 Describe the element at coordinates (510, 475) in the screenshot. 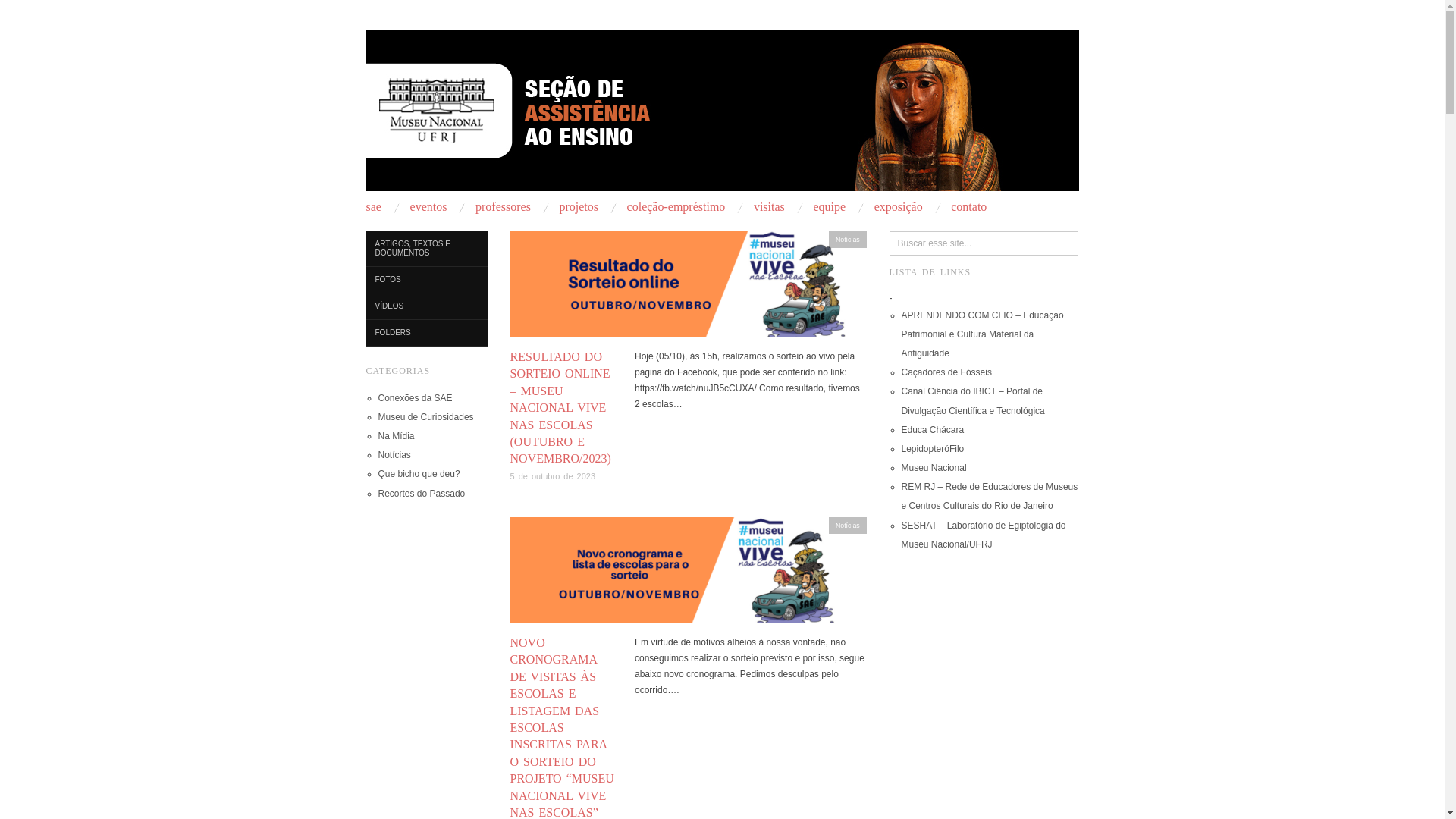

I see `'5 de outubro de 2023'` at that location.